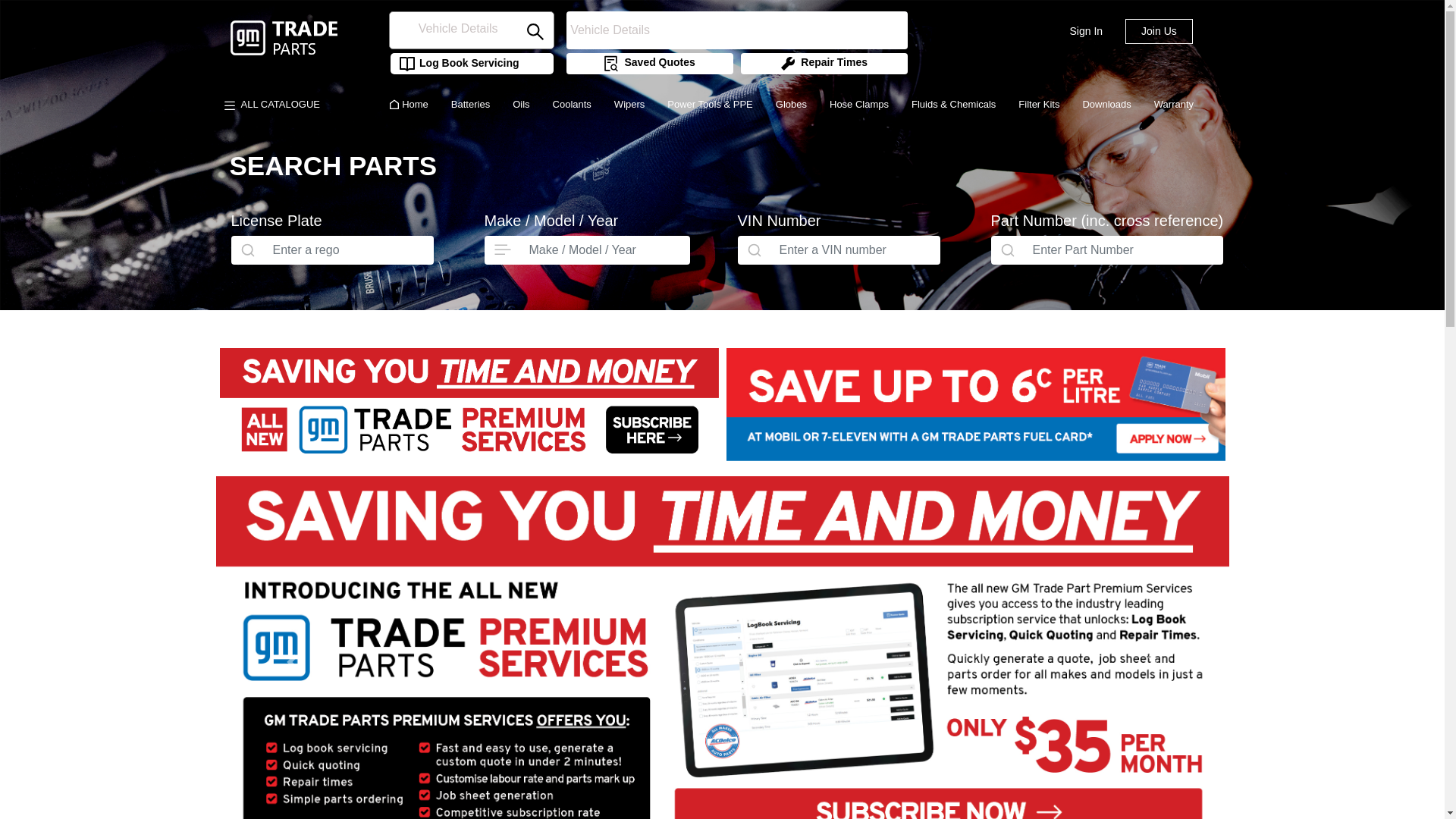  What do you see at coordinates (408, 104) in the screenshot?
I see `'Home'` at bounding box center [408, 104].